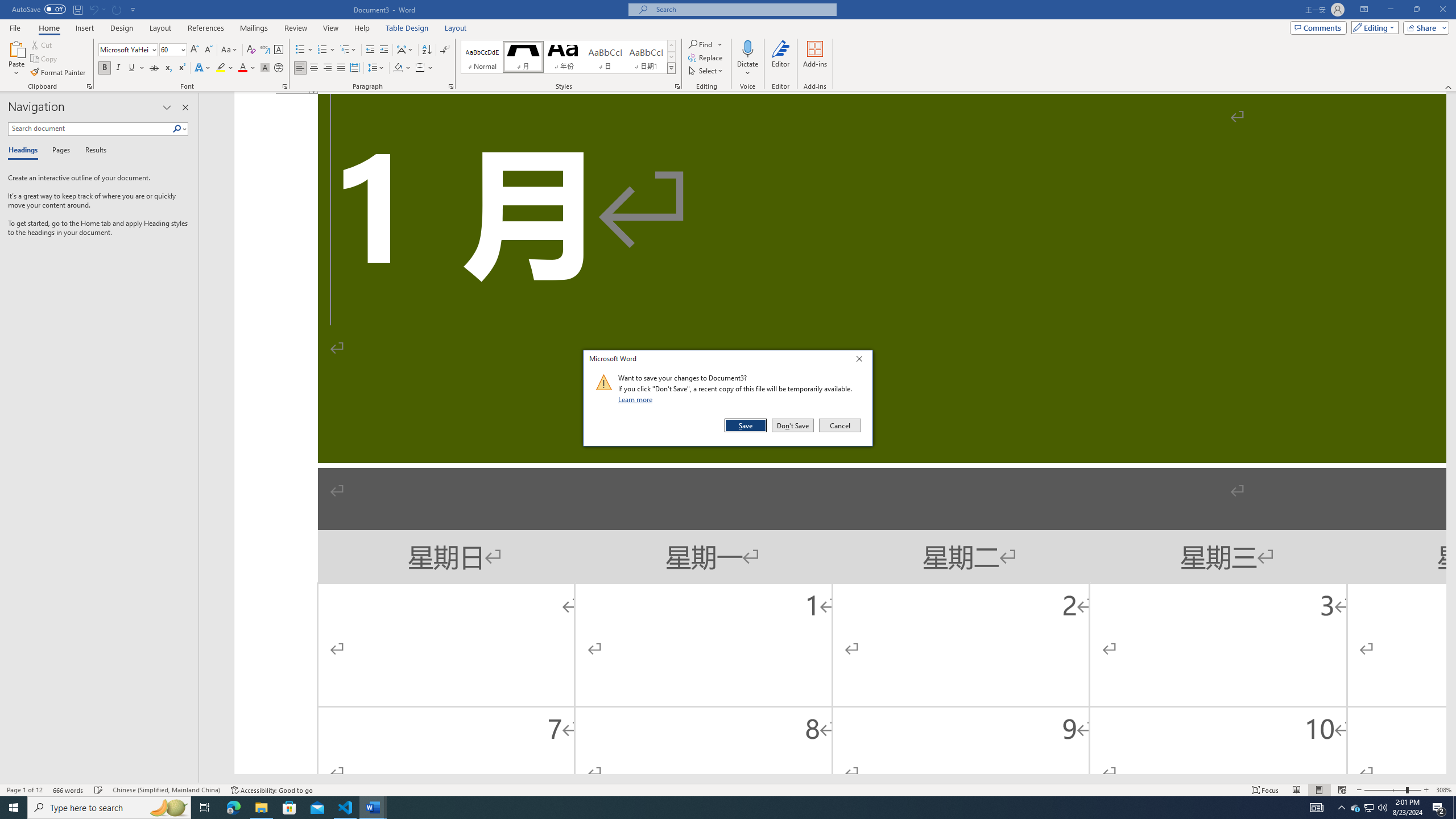 The height and width of the screenshot is (819, 1456). Describe the element at coordinates (93, 9) in the screenshot. I see `'Can'` at that location.